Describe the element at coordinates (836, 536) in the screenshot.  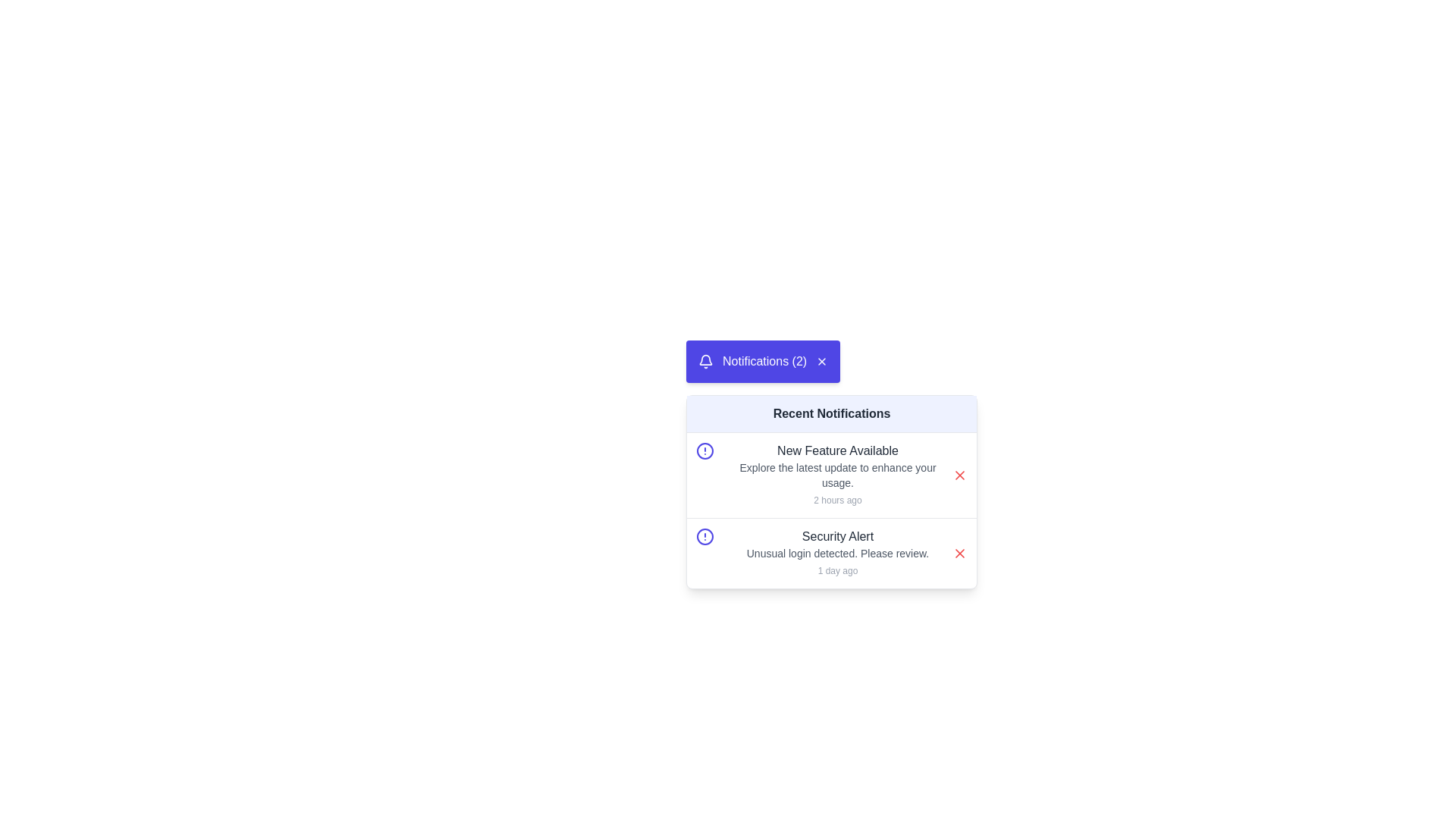
I see `the title text label of the second notification card in the dropdown under the 'Notifications' button, which summarizes the notification's primary content` at that location.